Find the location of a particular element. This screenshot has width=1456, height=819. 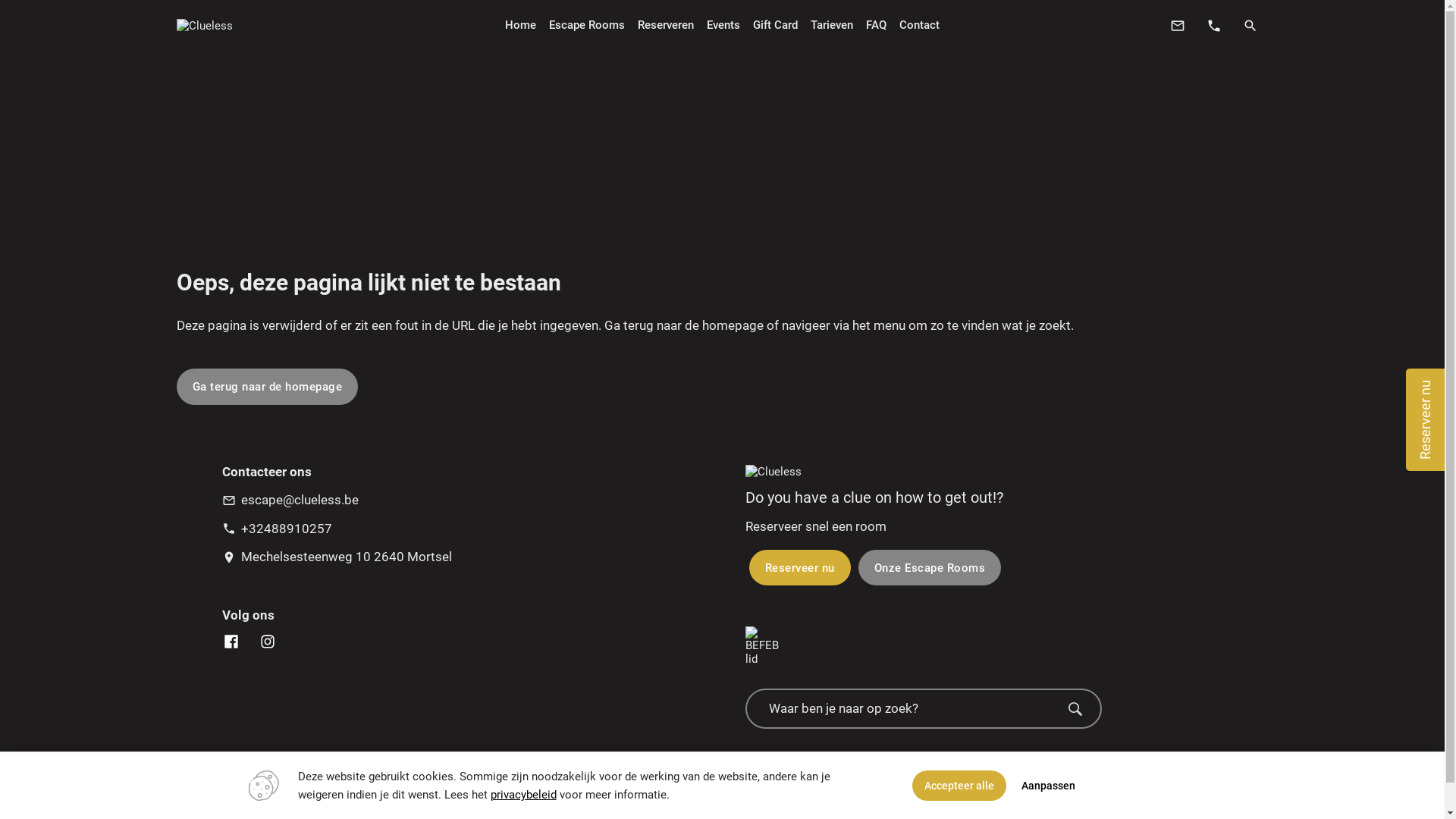

'Clueless Instagram' is located at coordinates (248, 641).